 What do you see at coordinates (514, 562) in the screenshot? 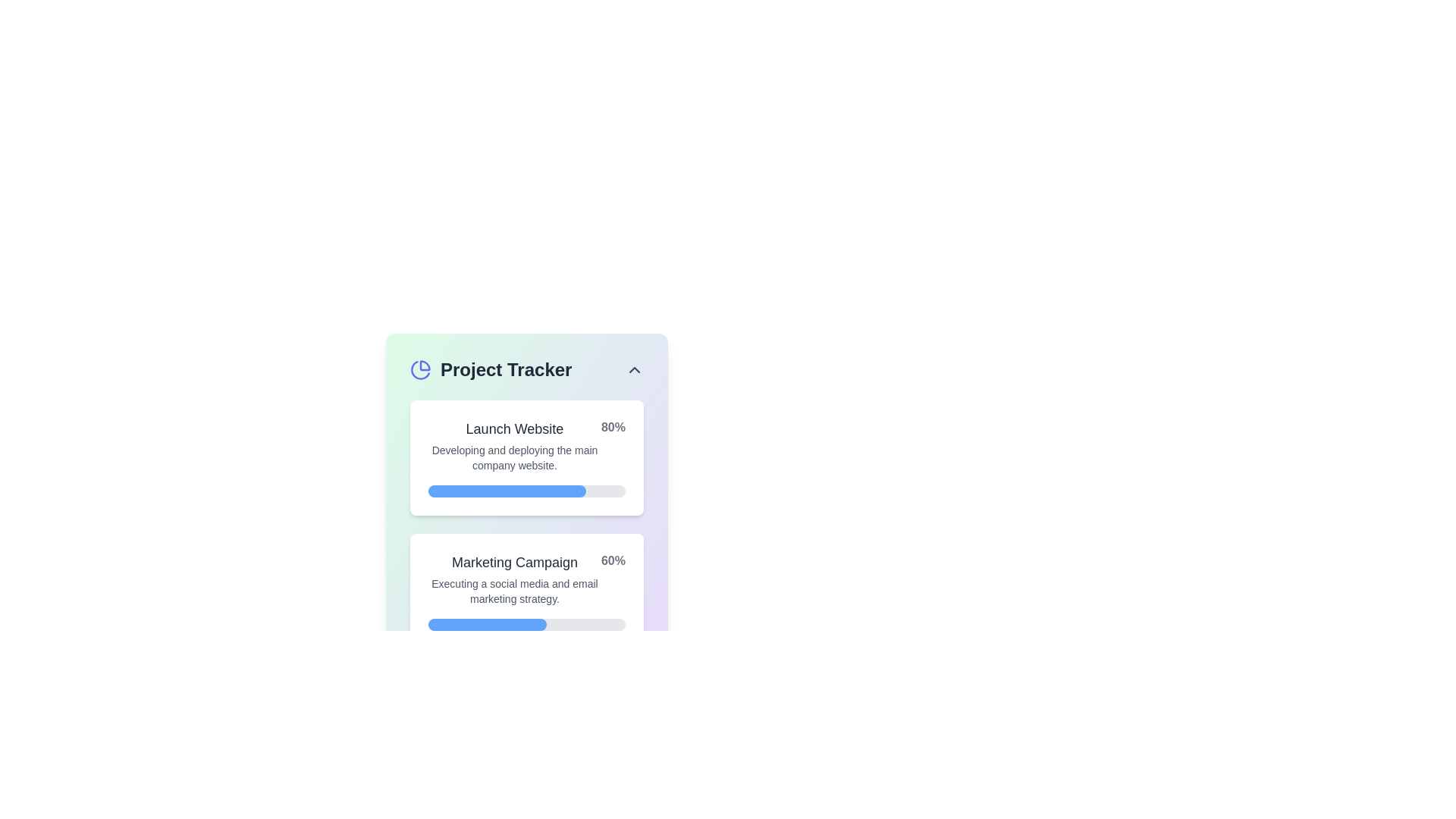
I see `the text label that displays 'Marketing Campaign', styled in bold dark gray, positioned above the description within its card` at bounding box center [514, 562].